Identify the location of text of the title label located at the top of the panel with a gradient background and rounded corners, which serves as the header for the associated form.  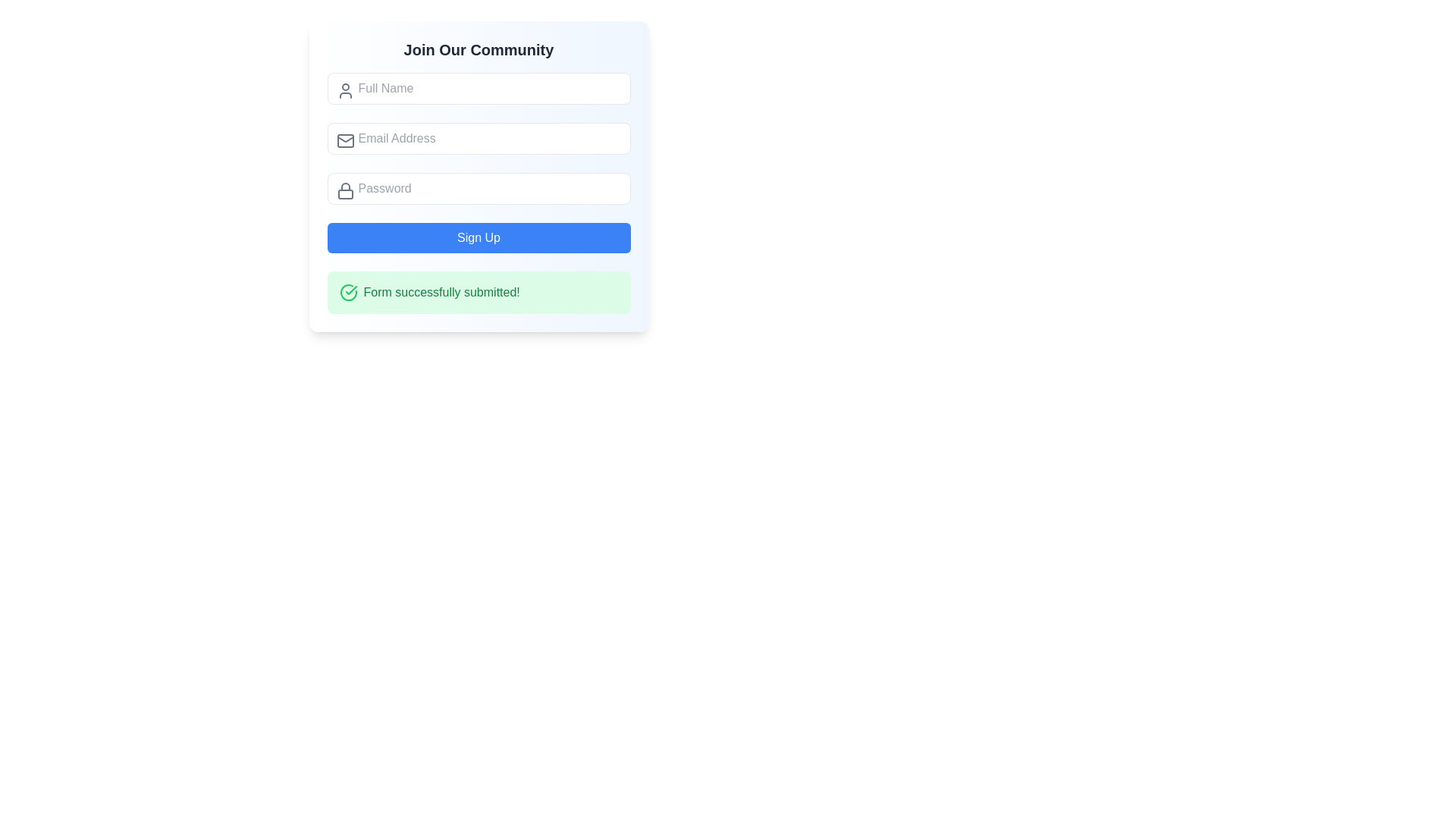
(478, 49).